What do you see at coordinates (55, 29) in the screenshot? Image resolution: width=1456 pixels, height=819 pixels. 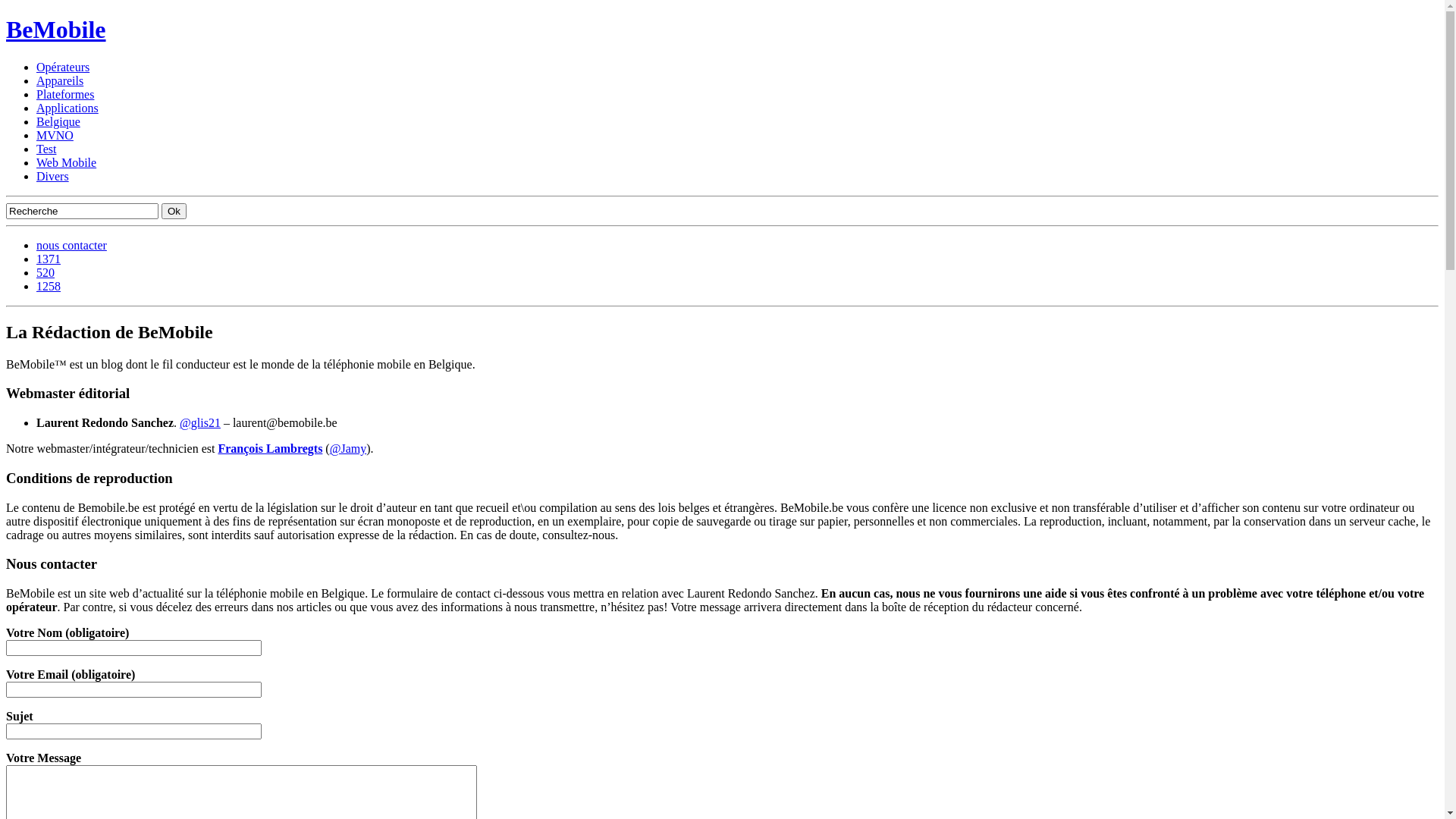 I see `'BeMobile'` at bounding box center [55, 29].